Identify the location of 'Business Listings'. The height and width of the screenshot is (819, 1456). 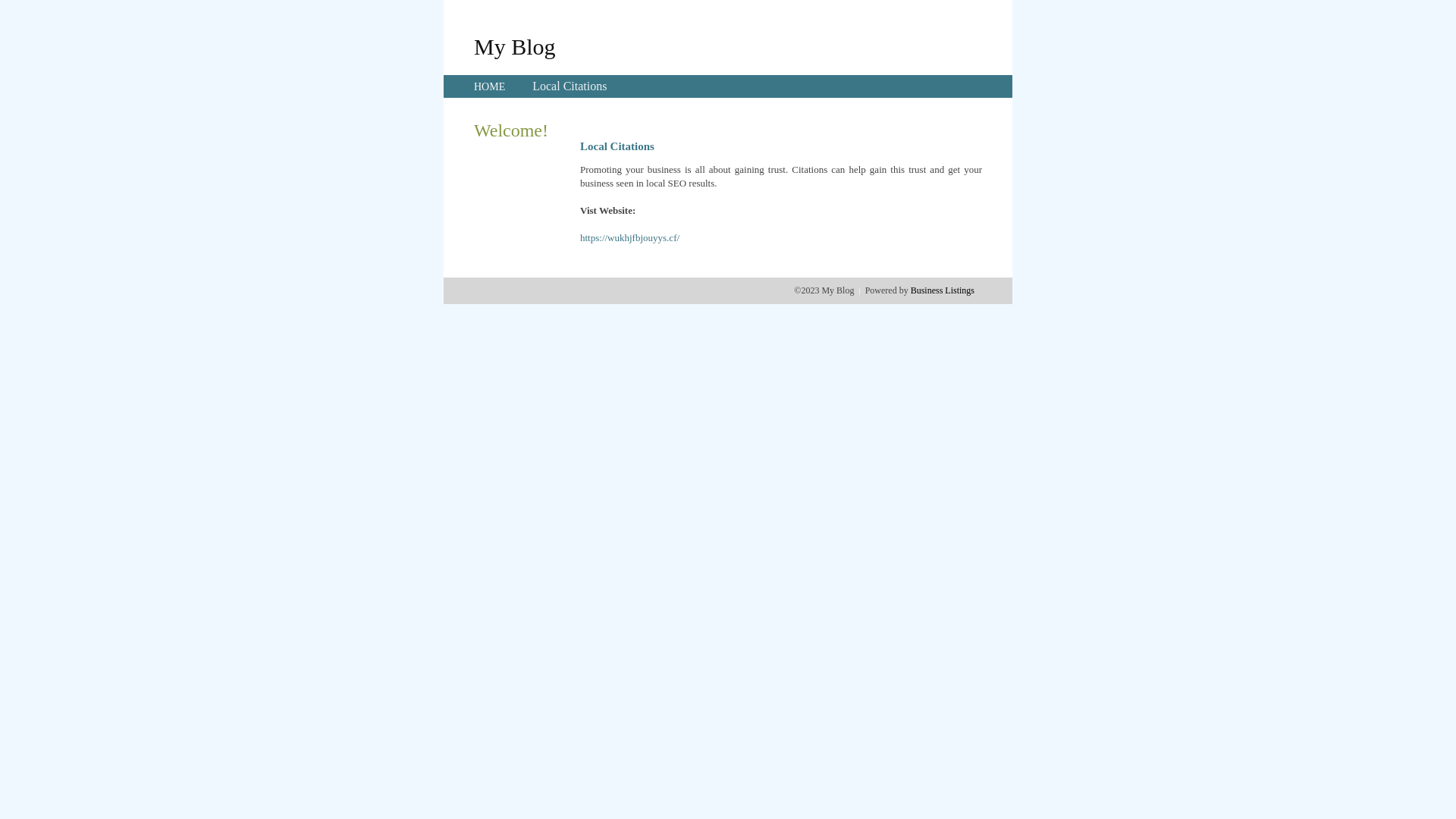
(942, 290).